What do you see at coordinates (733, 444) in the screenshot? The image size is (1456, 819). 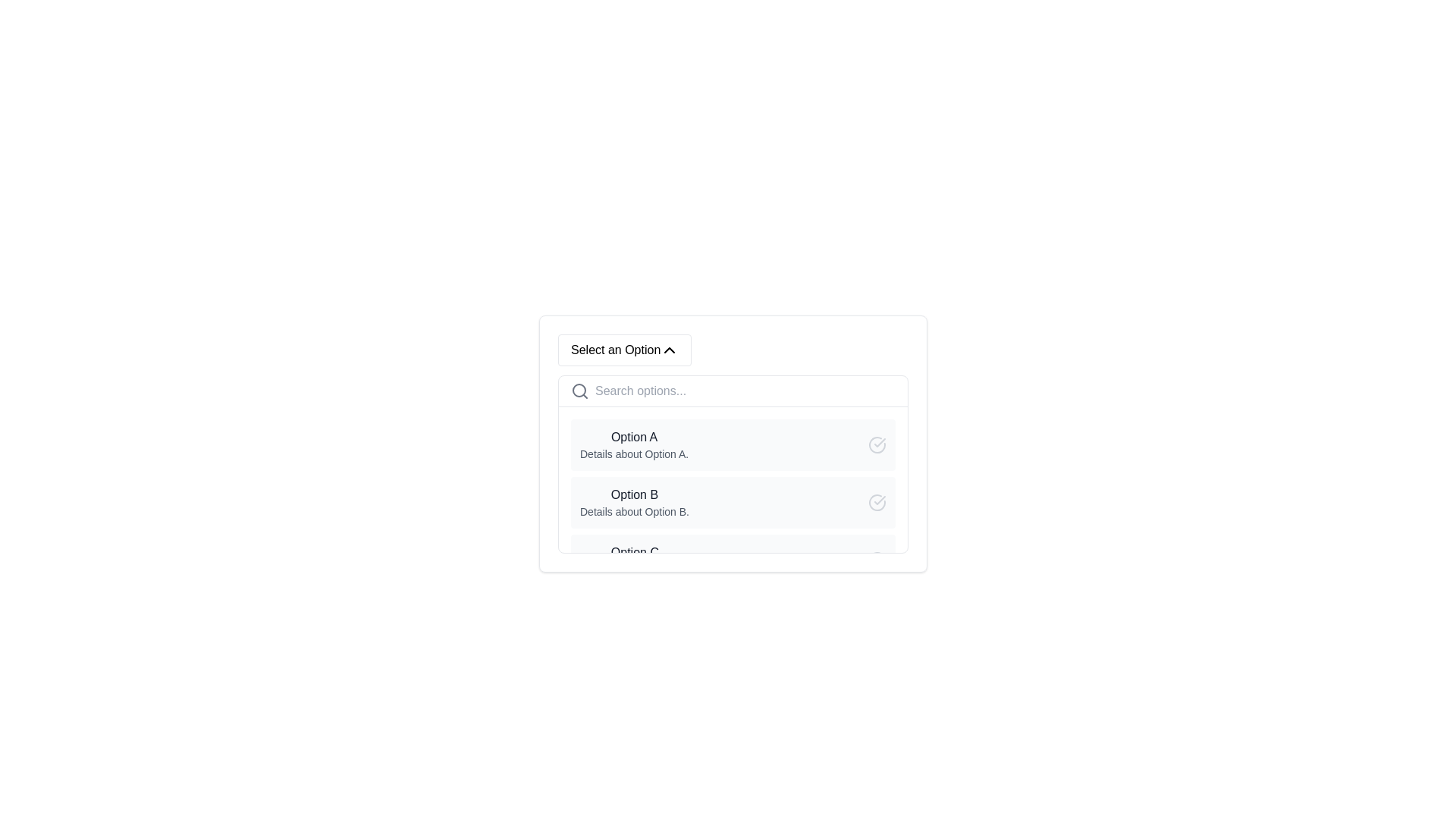 I see `the first option in the dropdown menu labeled 'Option A'` at bounding box center [733, 444].